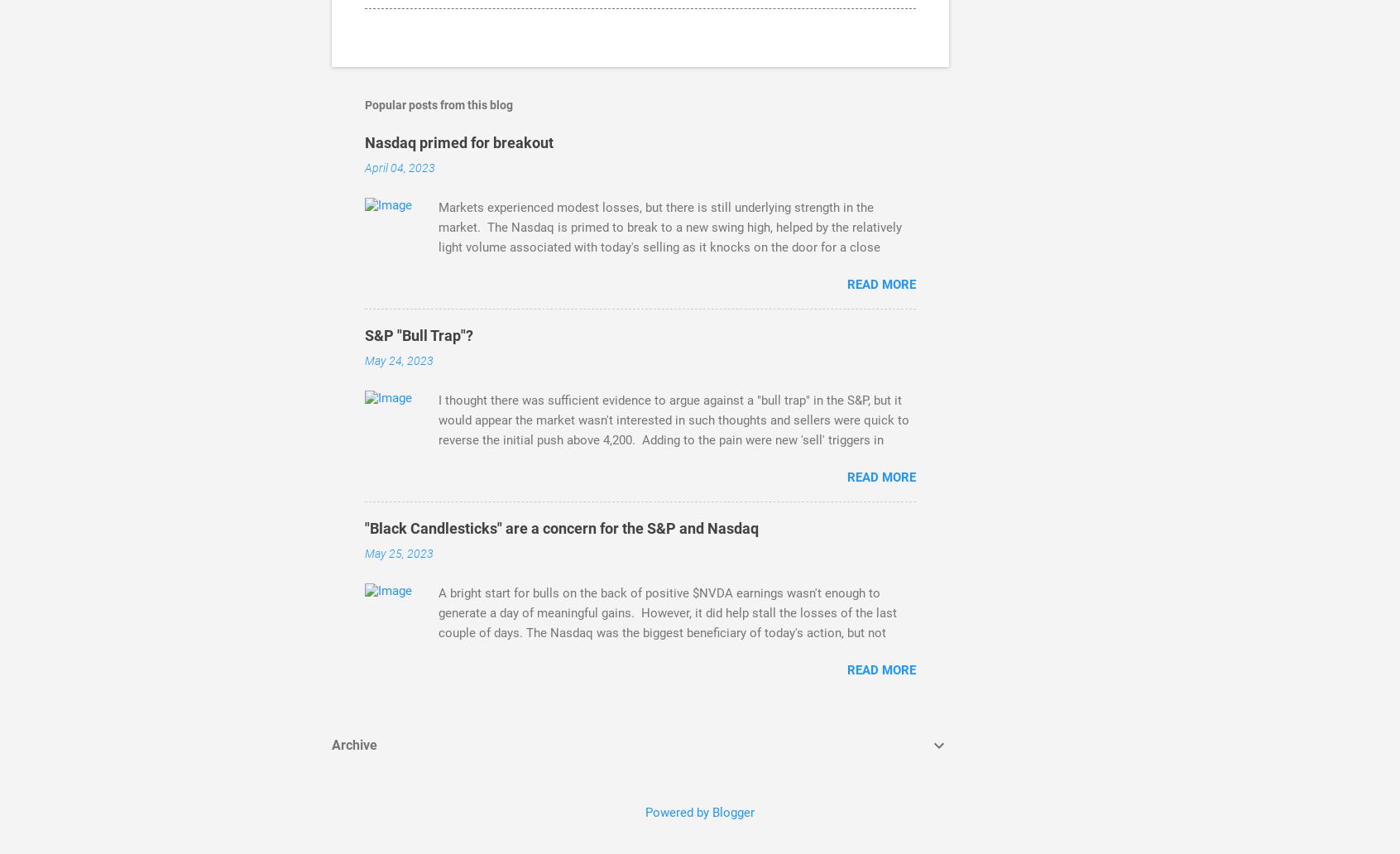 The height and width of the screenshot is (854, 1400). I want to click on 'Nasdaq primed for breakout', so click(458, 142).